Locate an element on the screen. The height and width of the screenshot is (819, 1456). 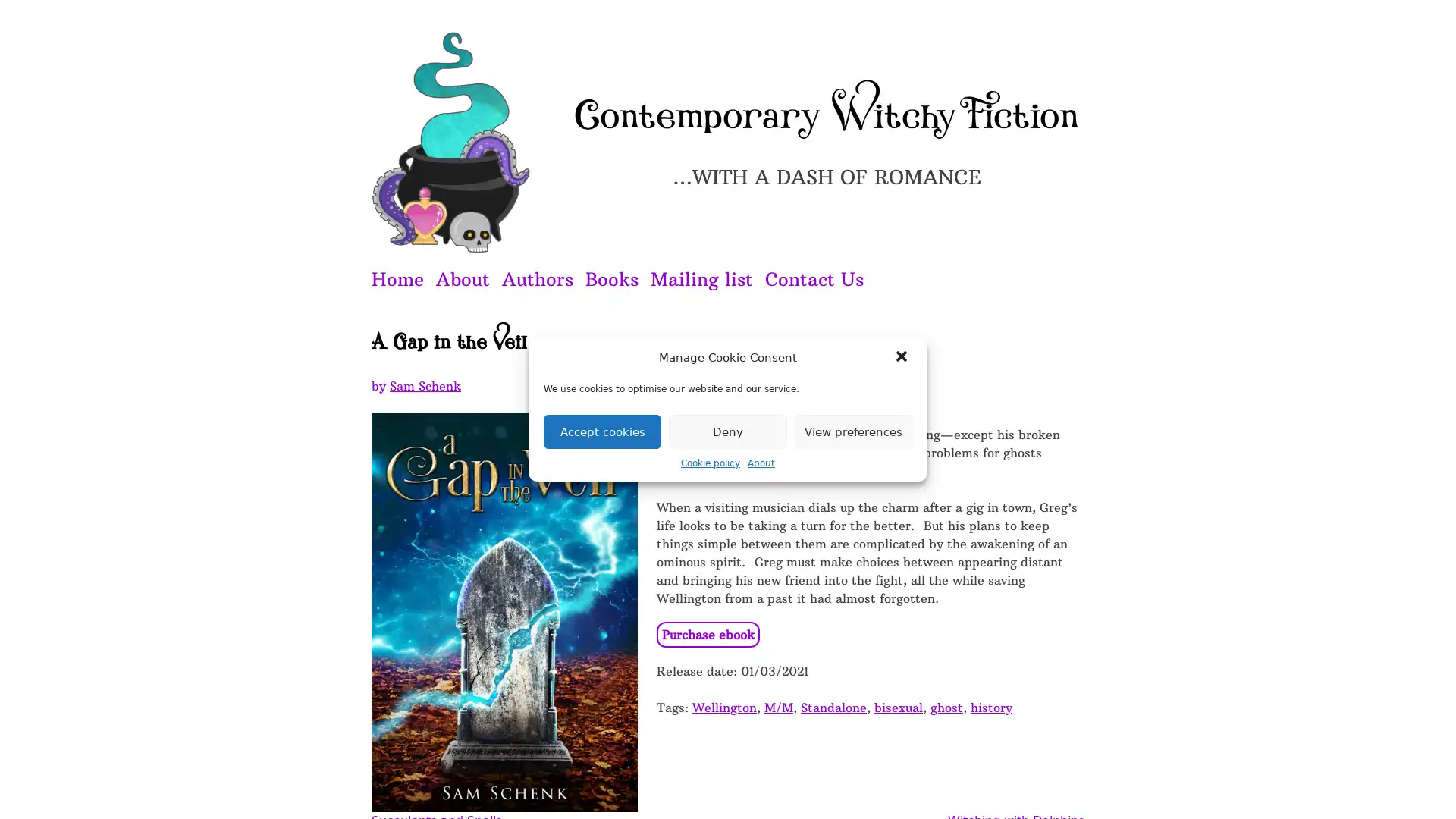
Deny is located at coordinates (726, 431).